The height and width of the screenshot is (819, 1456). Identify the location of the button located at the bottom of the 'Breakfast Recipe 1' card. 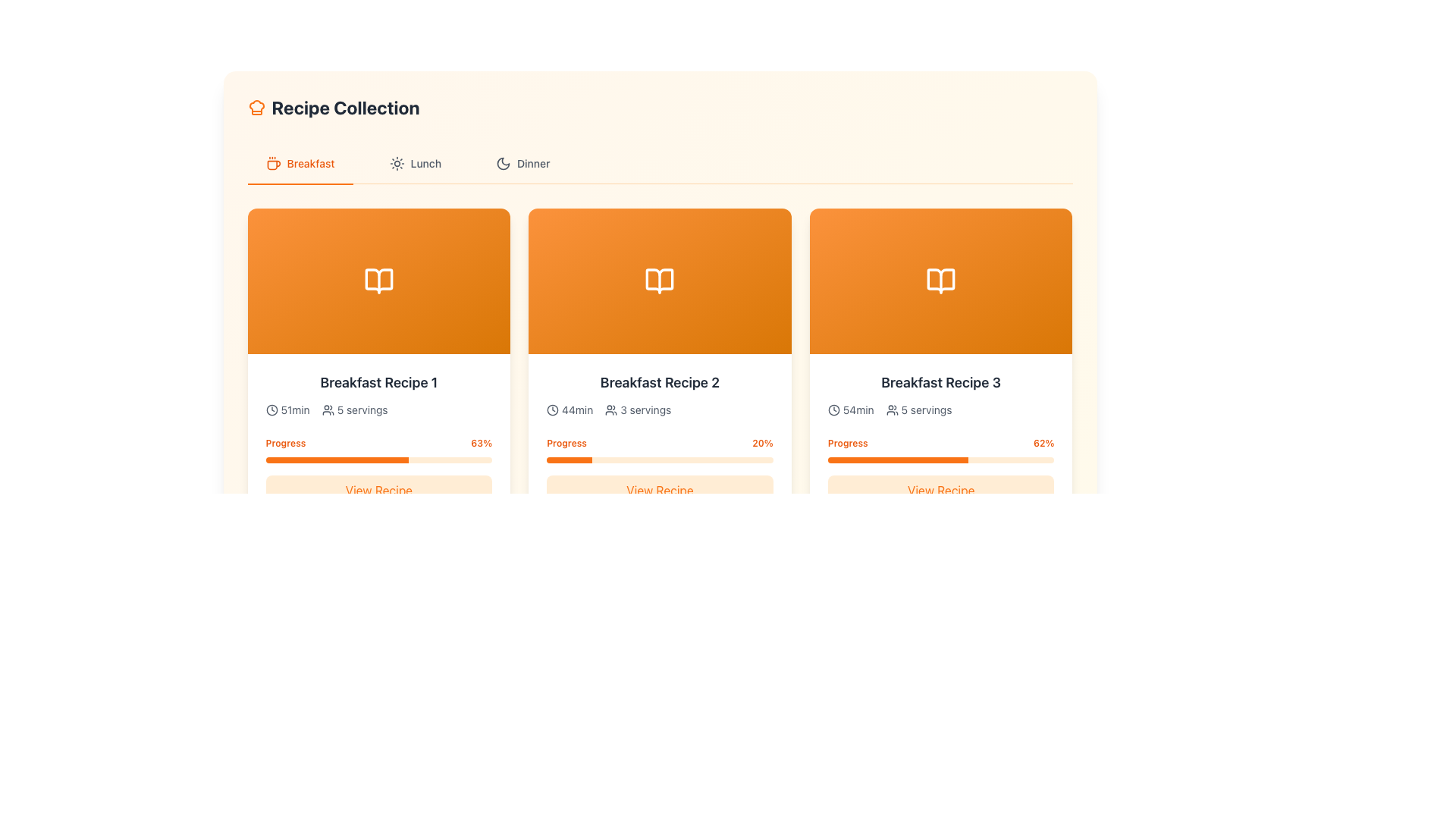
(378, 491).